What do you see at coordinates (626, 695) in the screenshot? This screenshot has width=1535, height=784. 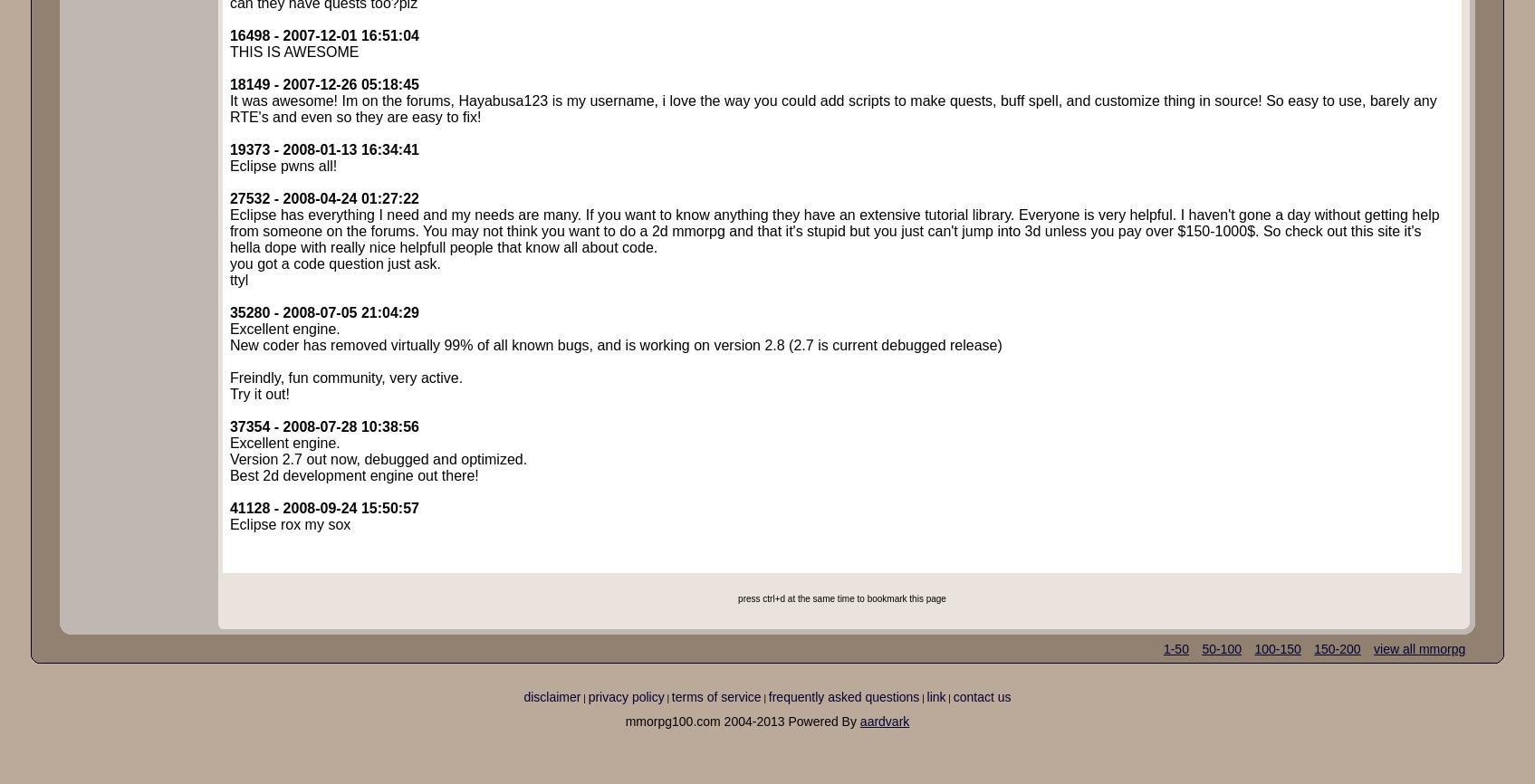 I see `'privacy policy'` at bounding box center [626, 695].